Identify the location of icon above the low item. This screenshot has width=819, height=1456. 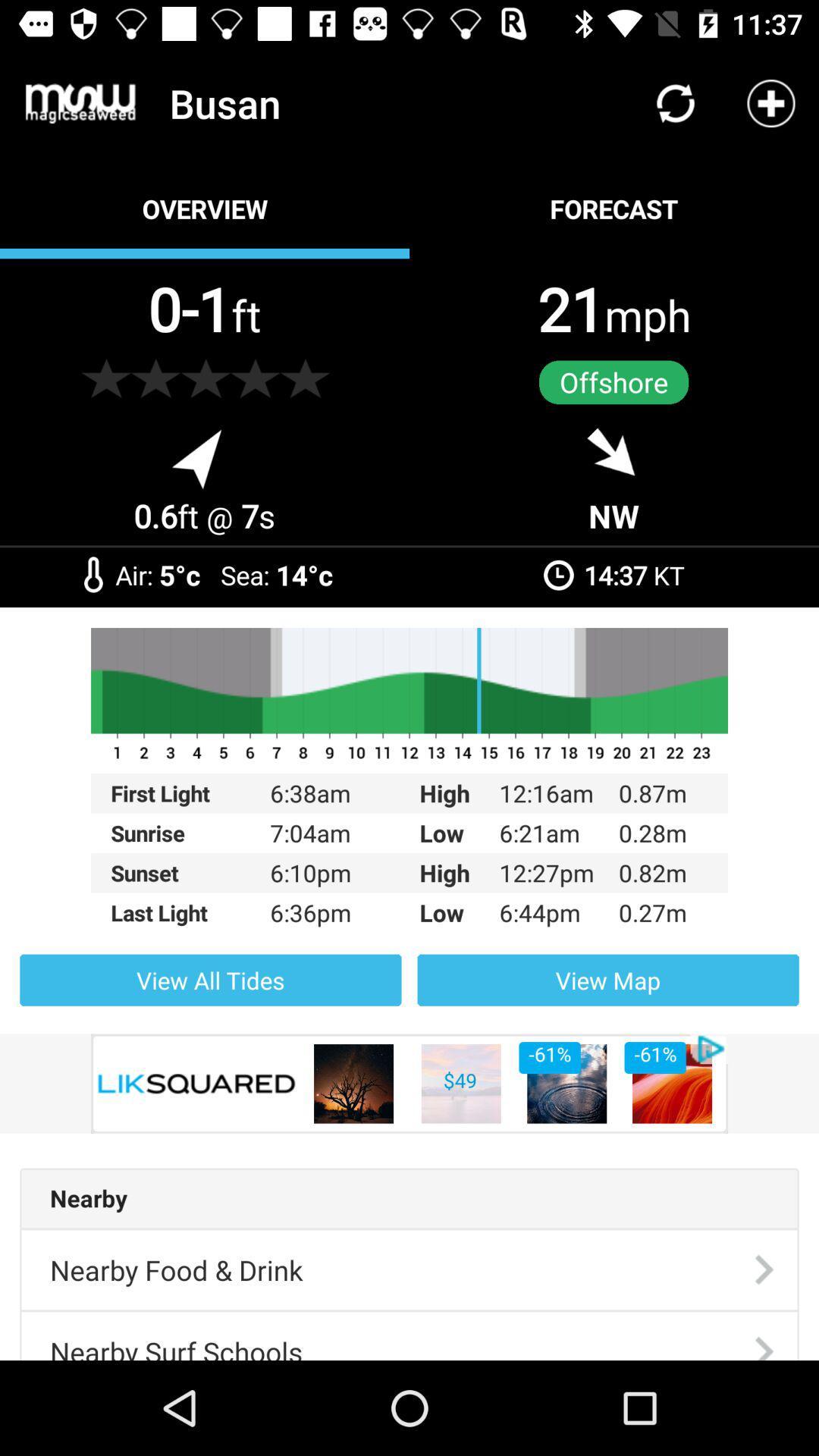
(409, 792).